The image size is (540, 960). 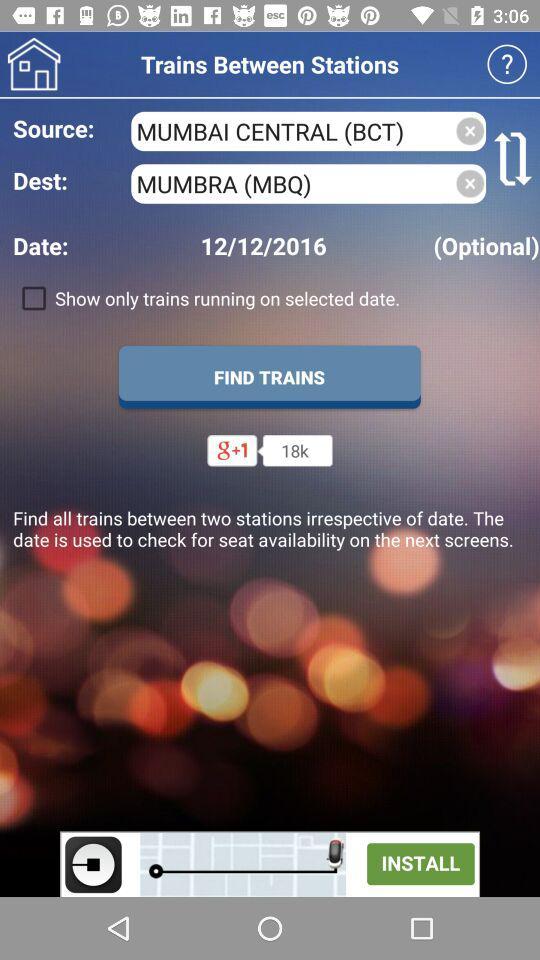 I want to click on app advertisement option, so click(x=270, y=863).